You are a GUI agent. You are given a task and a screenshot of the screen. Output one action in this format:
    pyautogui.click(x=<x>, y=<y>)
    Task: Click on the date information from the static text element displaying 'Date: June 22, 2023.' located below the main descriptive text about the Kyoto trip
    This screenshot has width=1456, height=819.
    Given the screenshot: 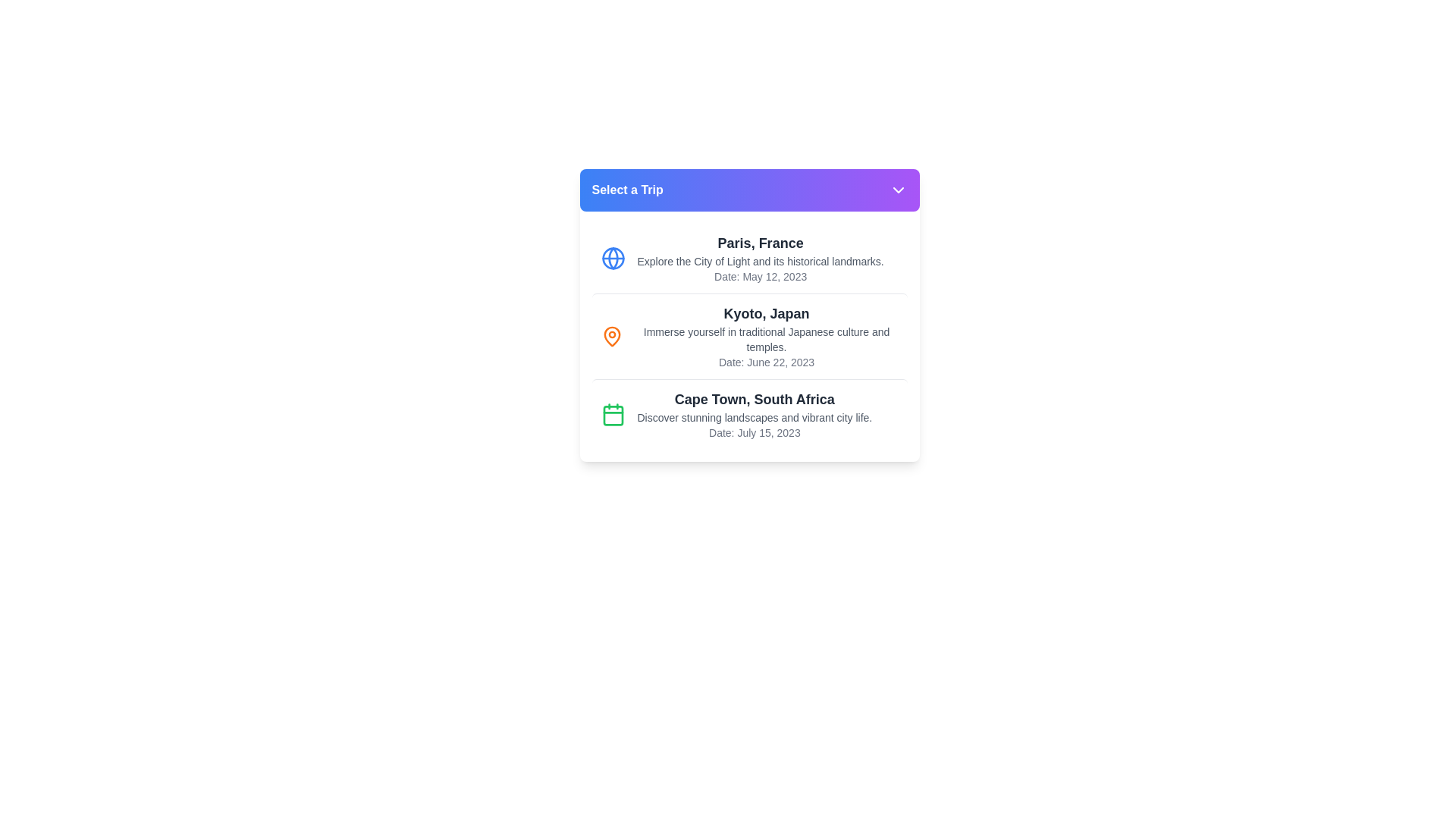 What is the action you would take?
    pyautogui.click(x=767, y=362)
    